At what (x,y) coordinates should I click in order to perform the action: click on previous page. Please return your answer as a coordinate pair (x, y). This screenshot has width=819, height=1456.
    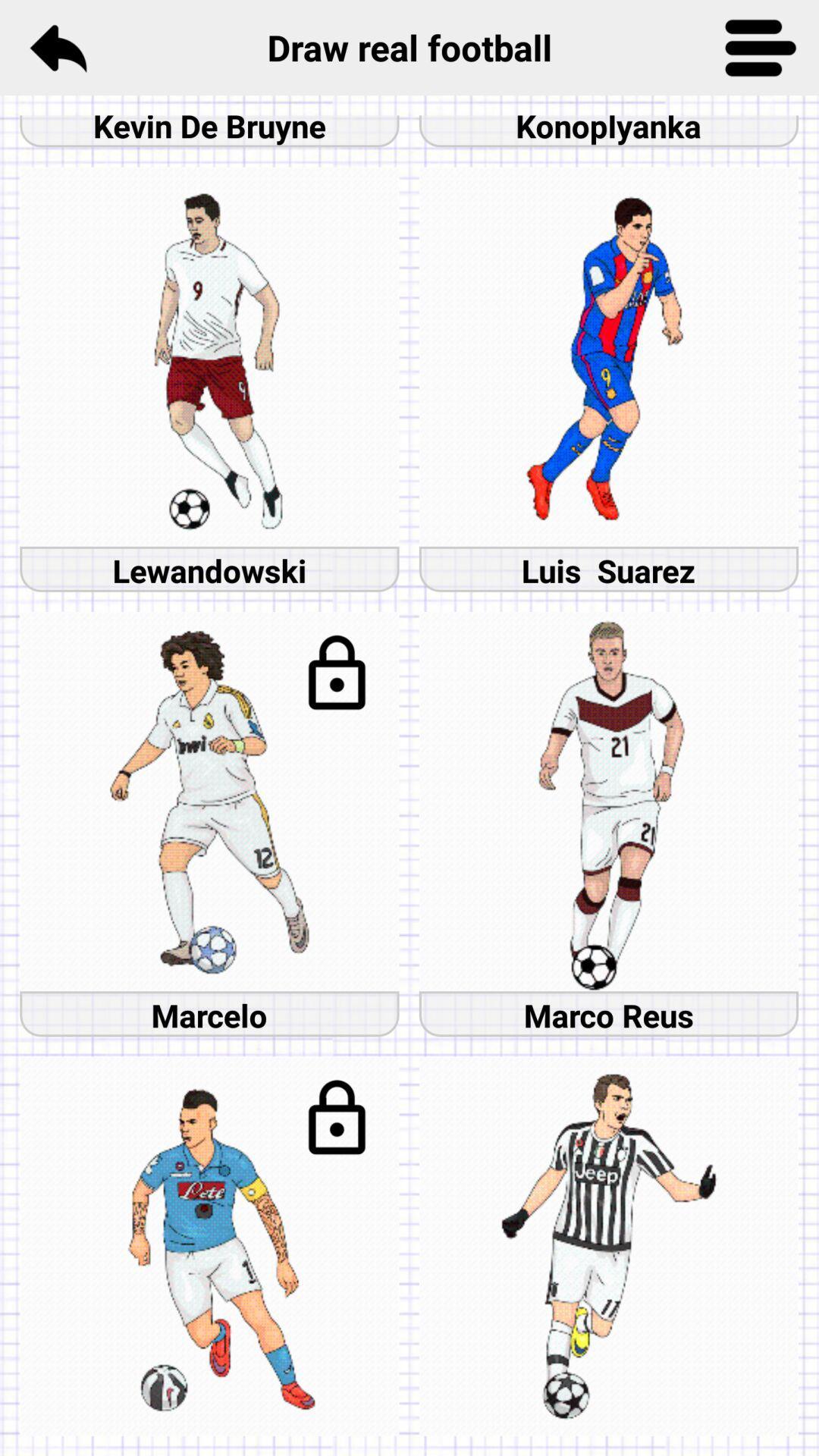
    Looking at the image, I should click on (57, 47).